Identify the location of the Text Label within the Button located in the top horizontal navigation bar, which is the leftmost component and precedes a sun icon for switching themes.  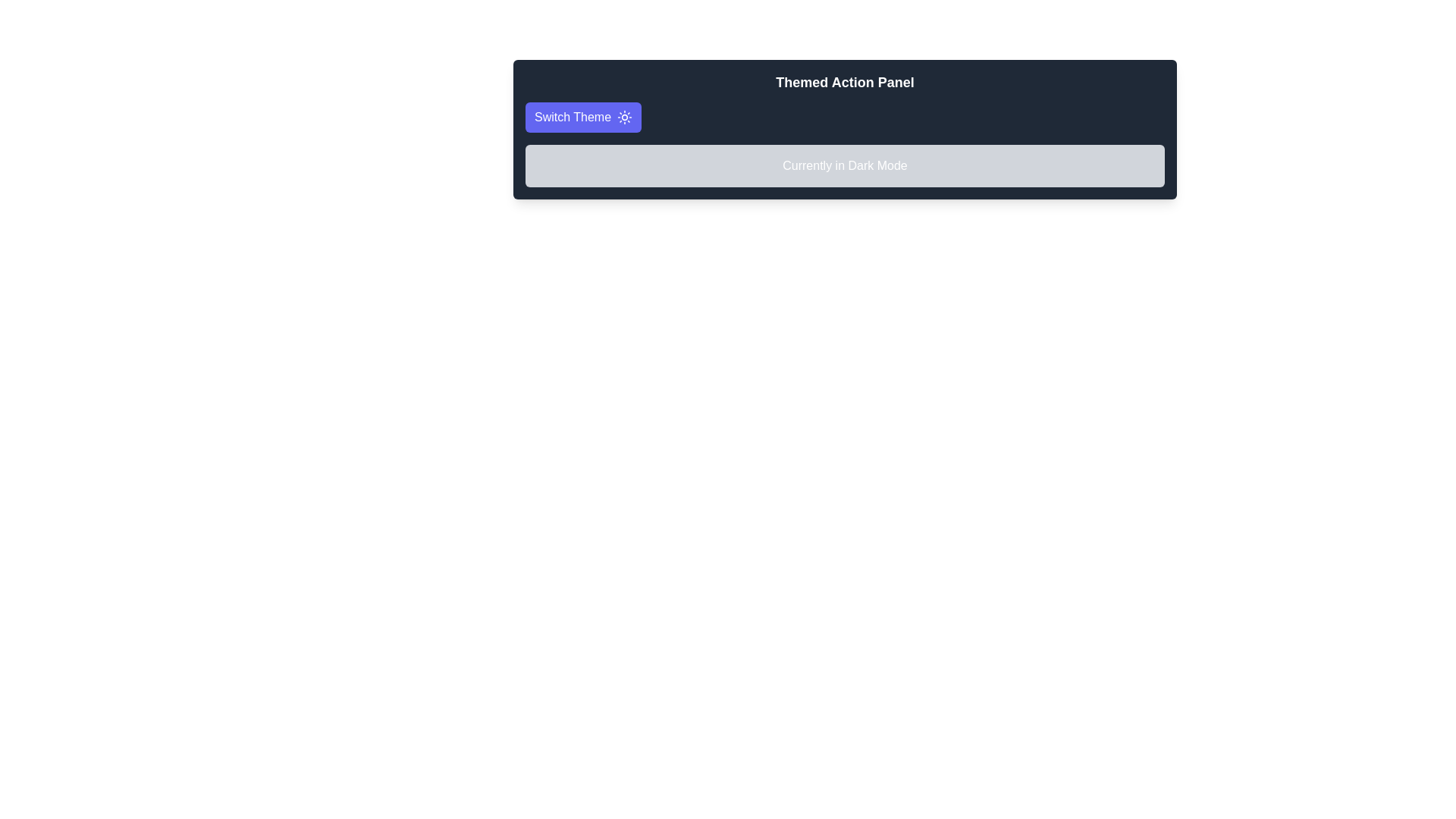
(572, 116).